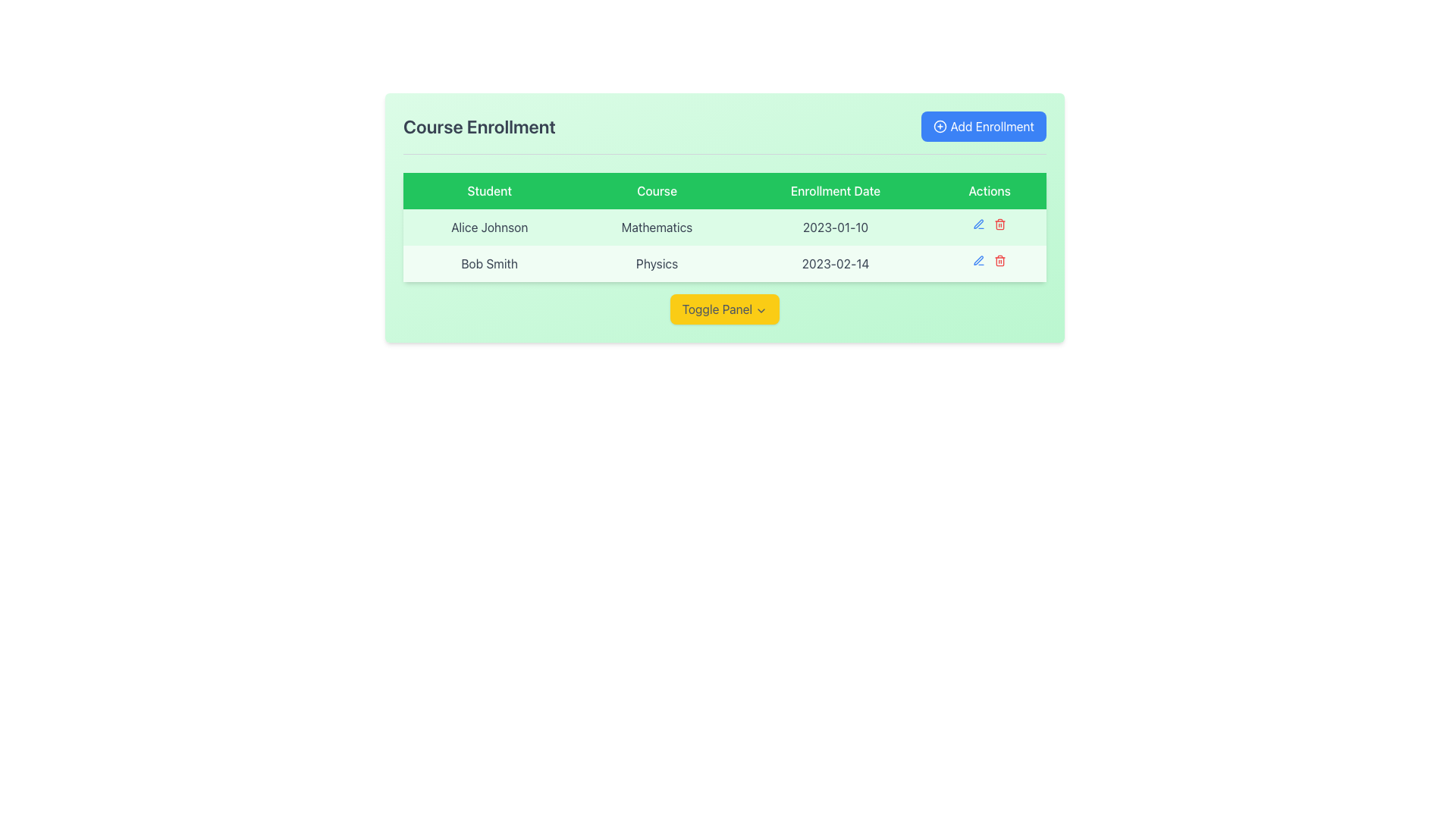  What do you see at coordinates (835, 190) in the screenshot?
I see `the 'Enrollment Date' label, which is the third label in a horizontal list of four labels in the header section of a table, featuring a green background and white text` at bounding box center [835, 190].